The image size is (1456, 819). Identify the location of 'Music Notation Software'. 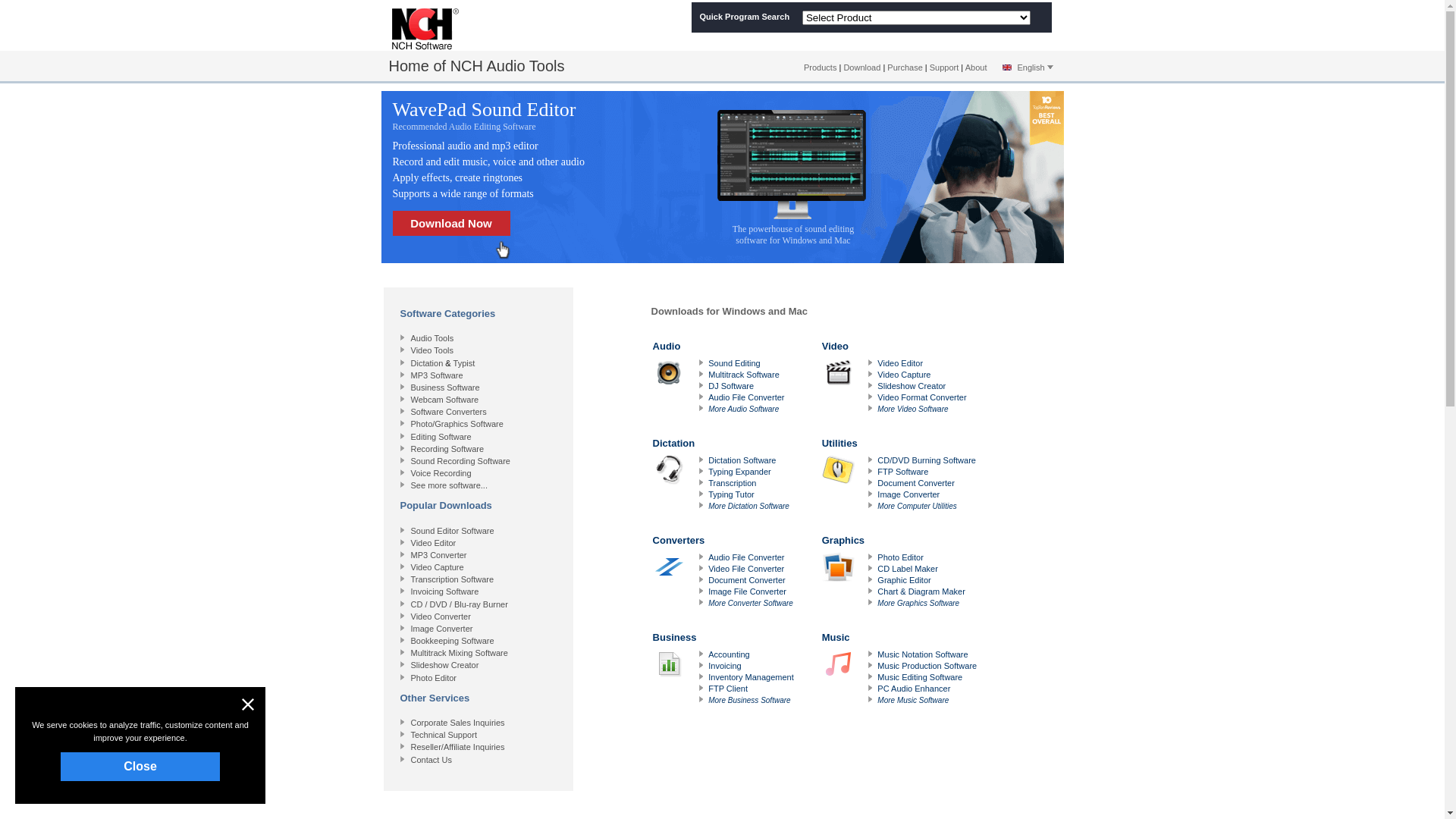
(921, 654).